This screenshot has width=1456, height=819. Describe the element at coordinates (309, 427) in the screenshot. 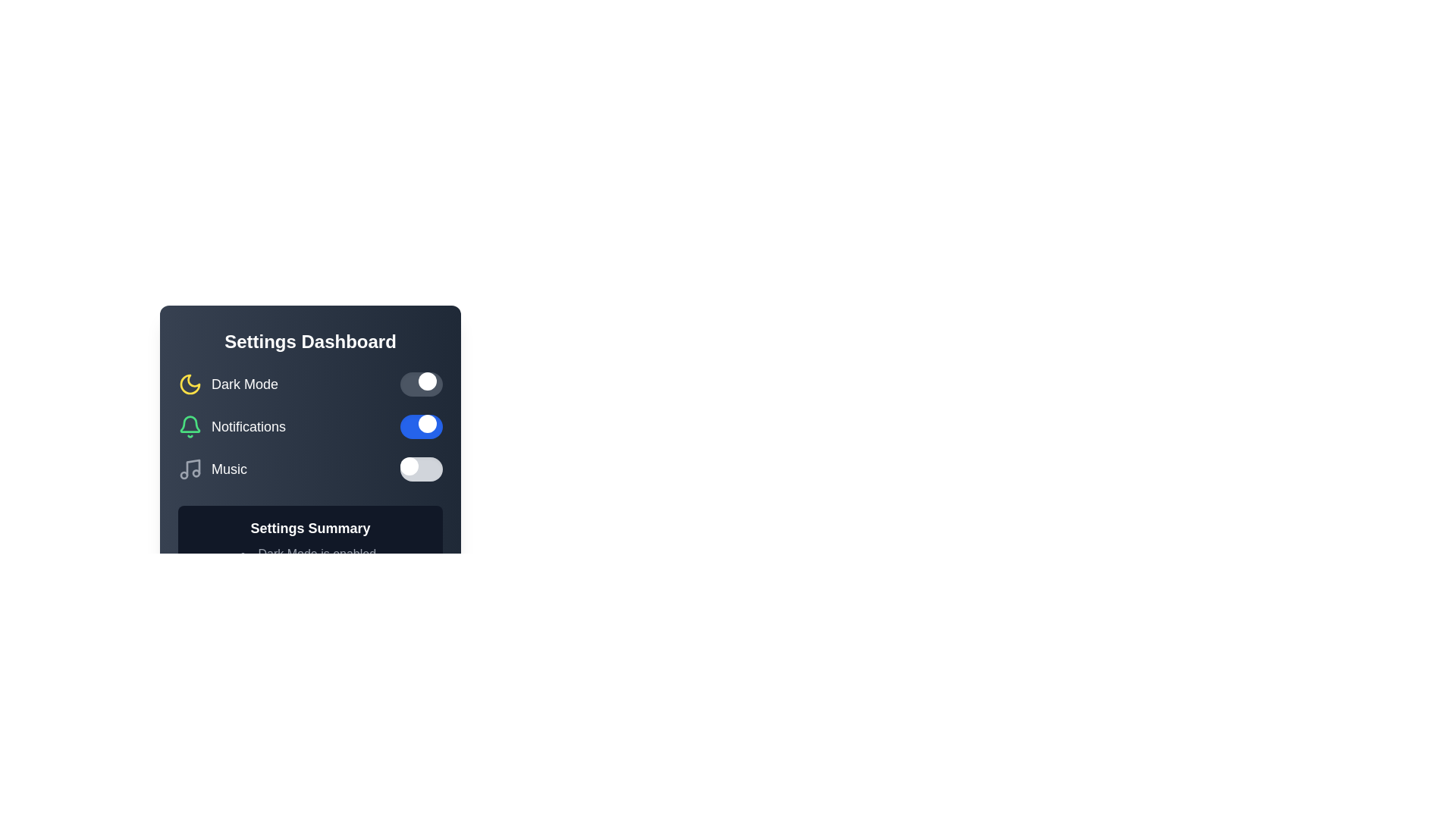

I see `the toggle switch for the Notifications setting in the A settings row component` at that location.